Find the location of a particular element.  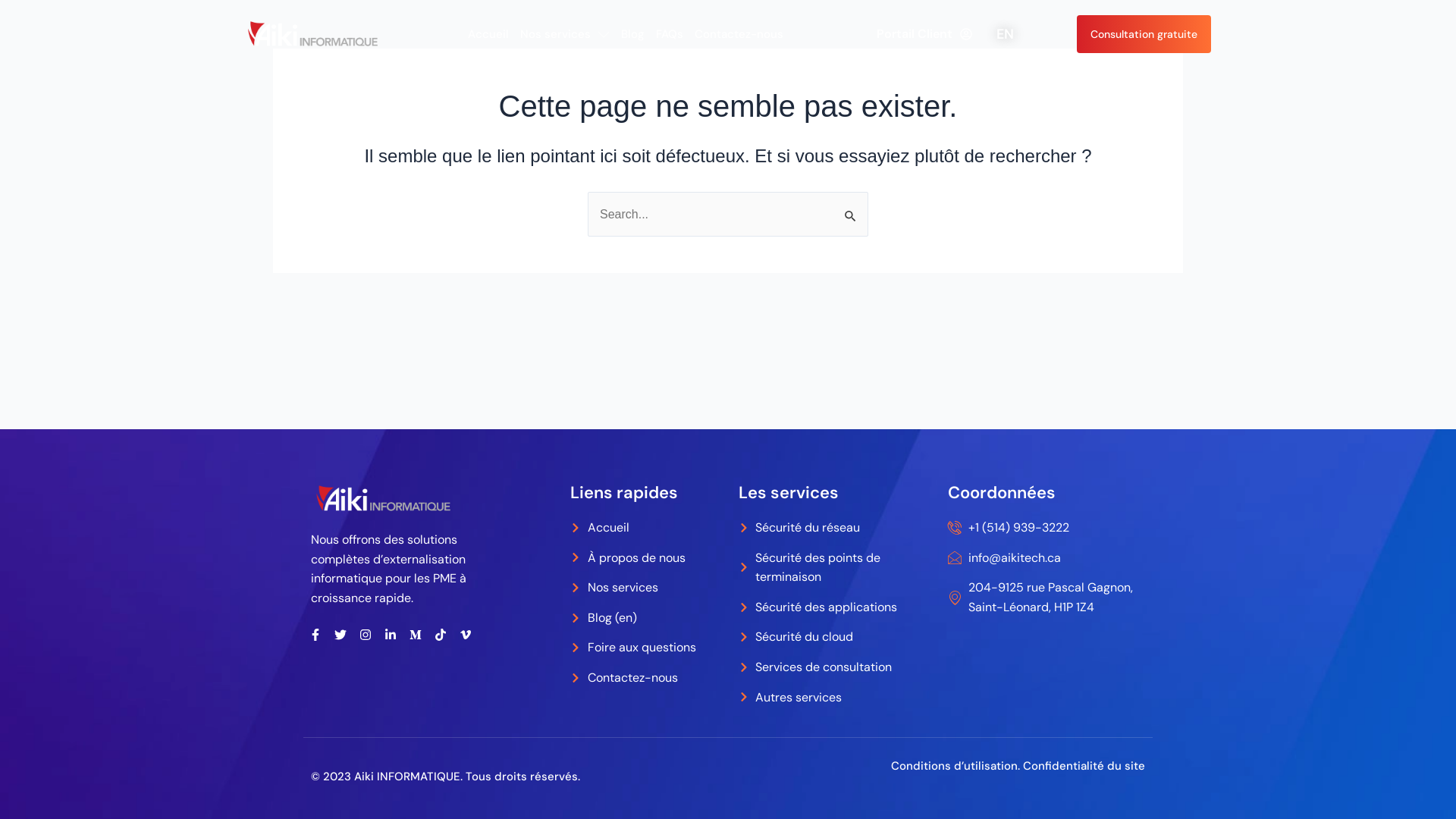

'Twitter' is located at coordinates (340, 635).